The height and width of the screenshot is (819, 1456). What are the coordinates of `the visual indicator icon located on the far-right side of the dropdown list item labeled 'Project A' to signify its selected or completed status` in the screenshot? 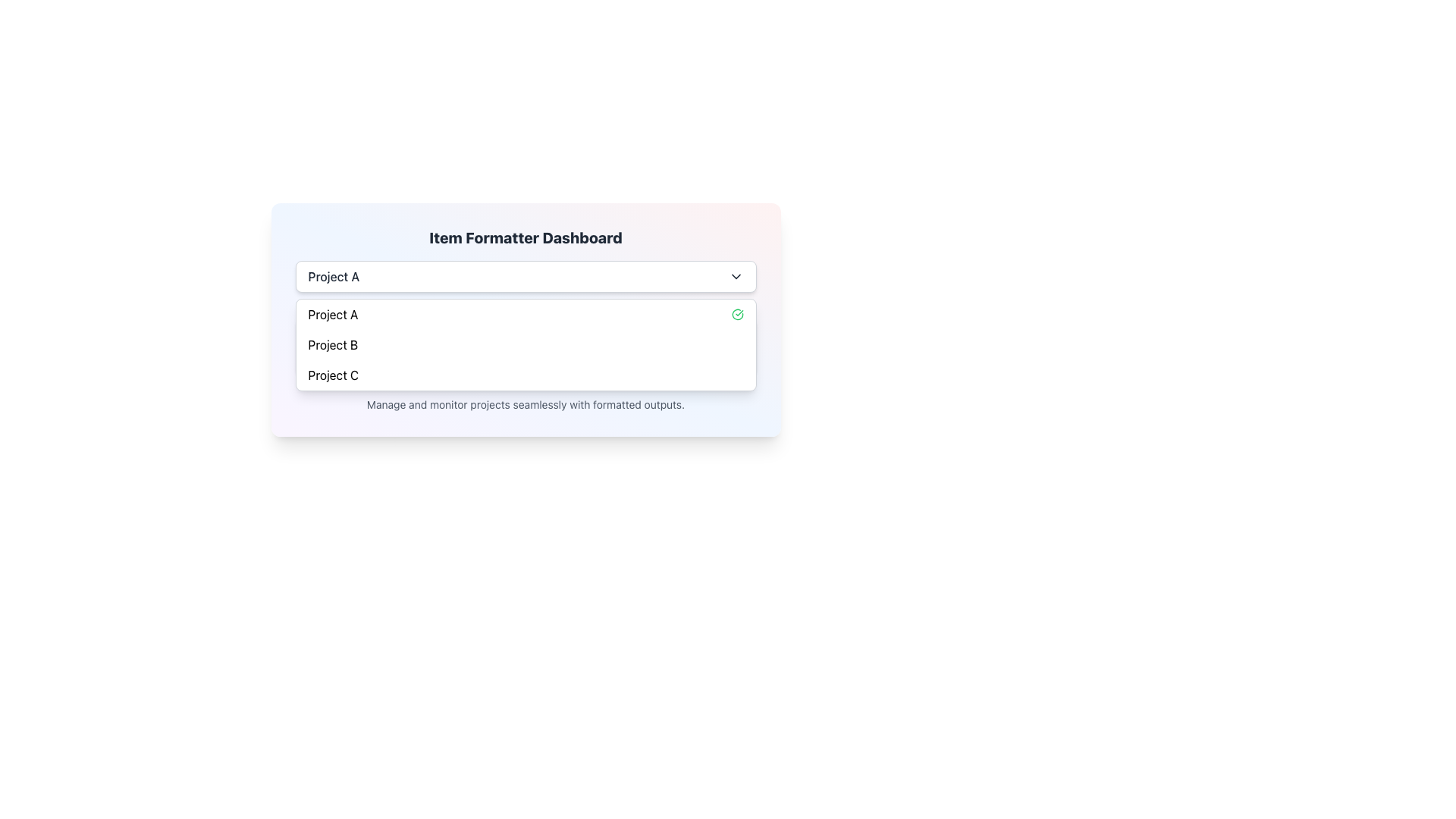 It's located at (737, 314).